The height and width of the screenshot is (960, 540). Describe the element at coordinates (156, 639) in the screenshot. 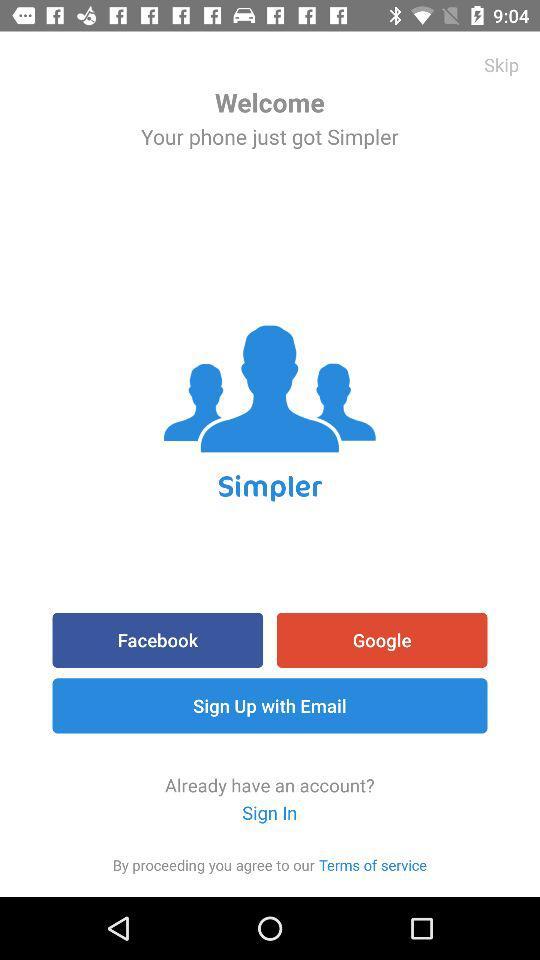

I see `the item above sign up with` at that location.